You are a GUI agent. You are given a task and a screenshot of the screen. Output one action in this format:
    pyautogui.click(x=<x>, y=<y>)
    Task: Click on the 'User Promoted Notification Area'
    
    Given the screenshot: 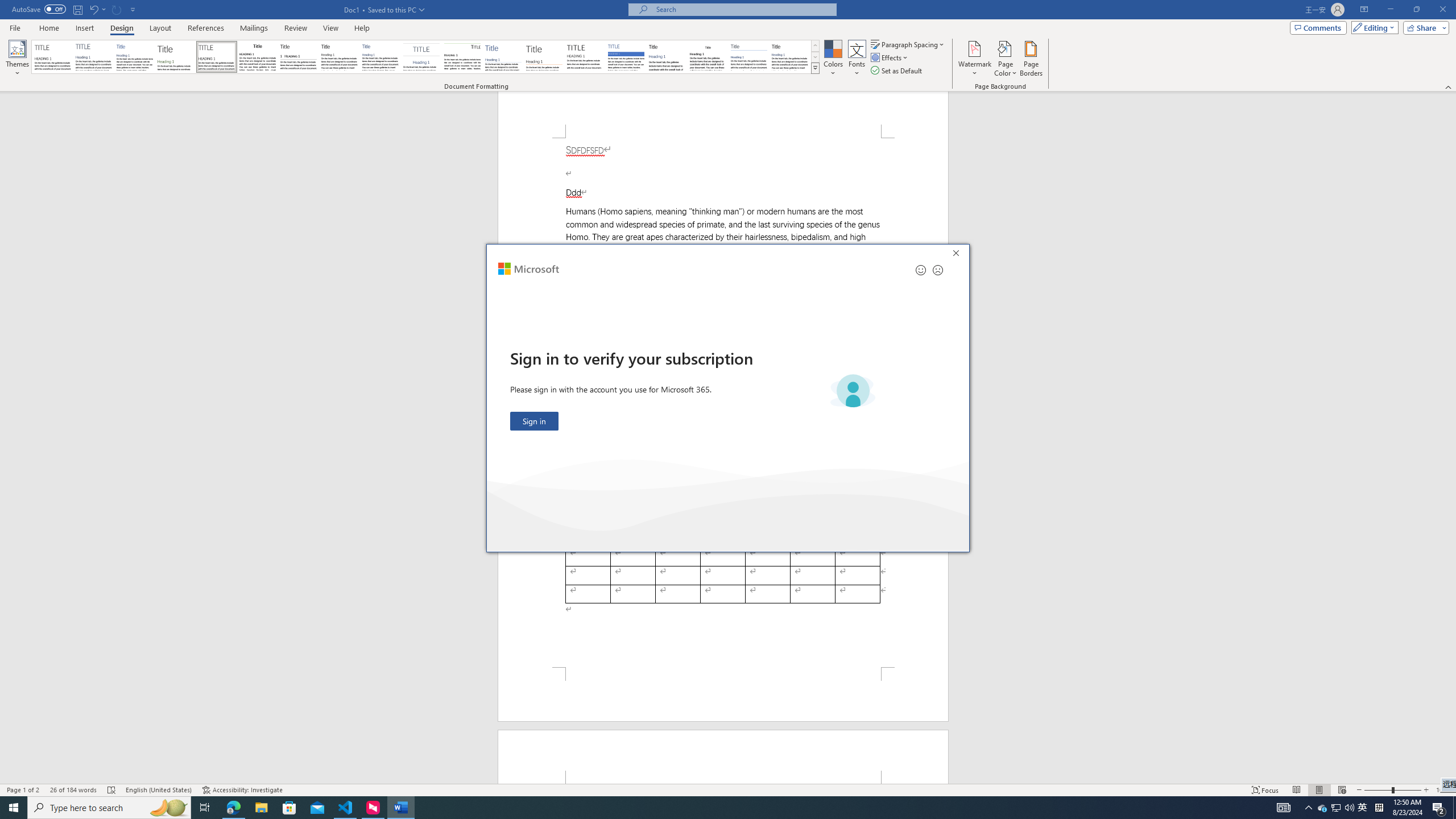 What is the action you would take?
    pyautogui.click(x=1336, y=806)
    